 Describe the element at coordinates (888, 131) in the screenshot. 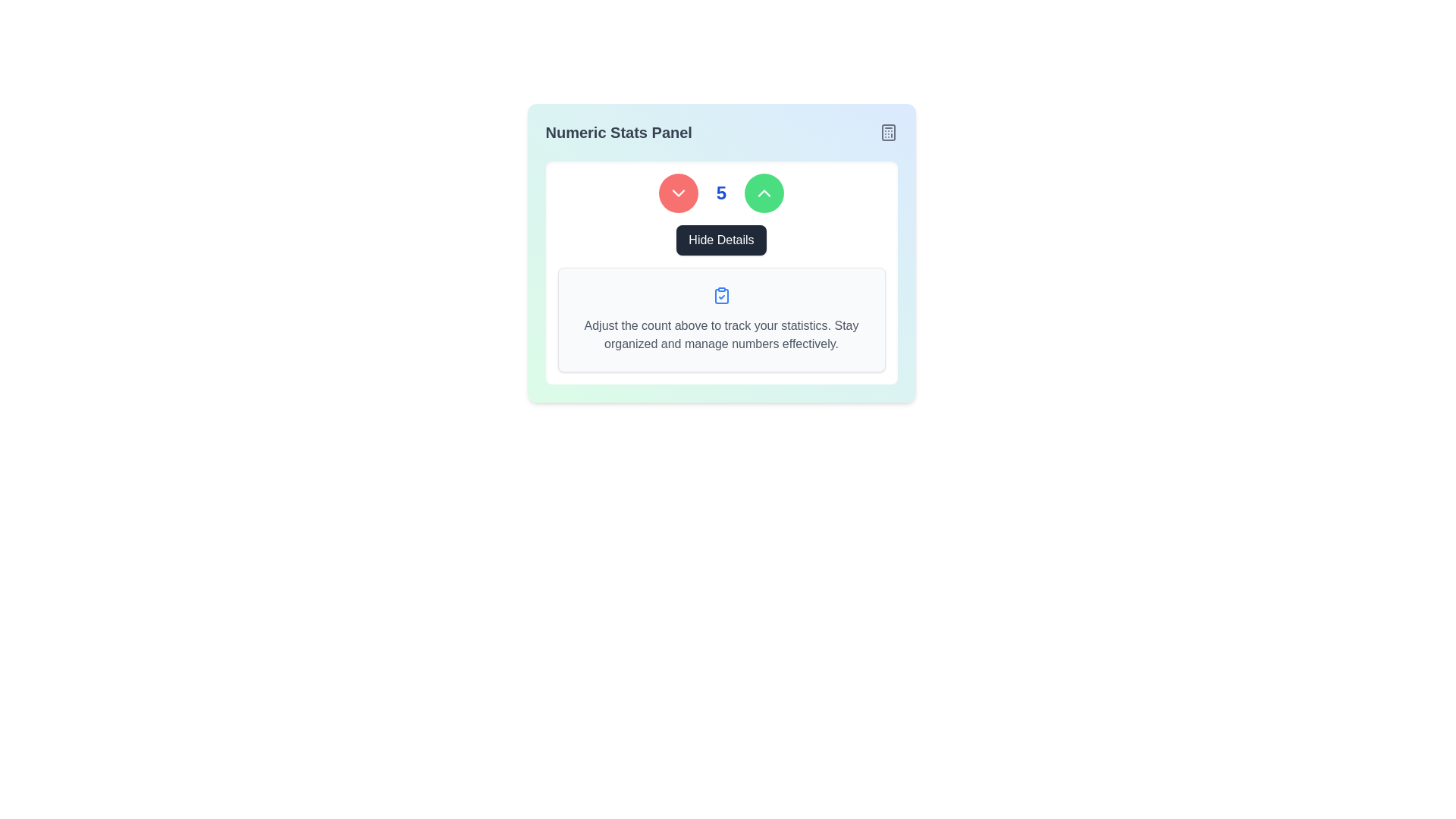

I see `the minimalistic calculator graphical icon located in the upper-right corner of the Numeric Stats Panel` at that location.